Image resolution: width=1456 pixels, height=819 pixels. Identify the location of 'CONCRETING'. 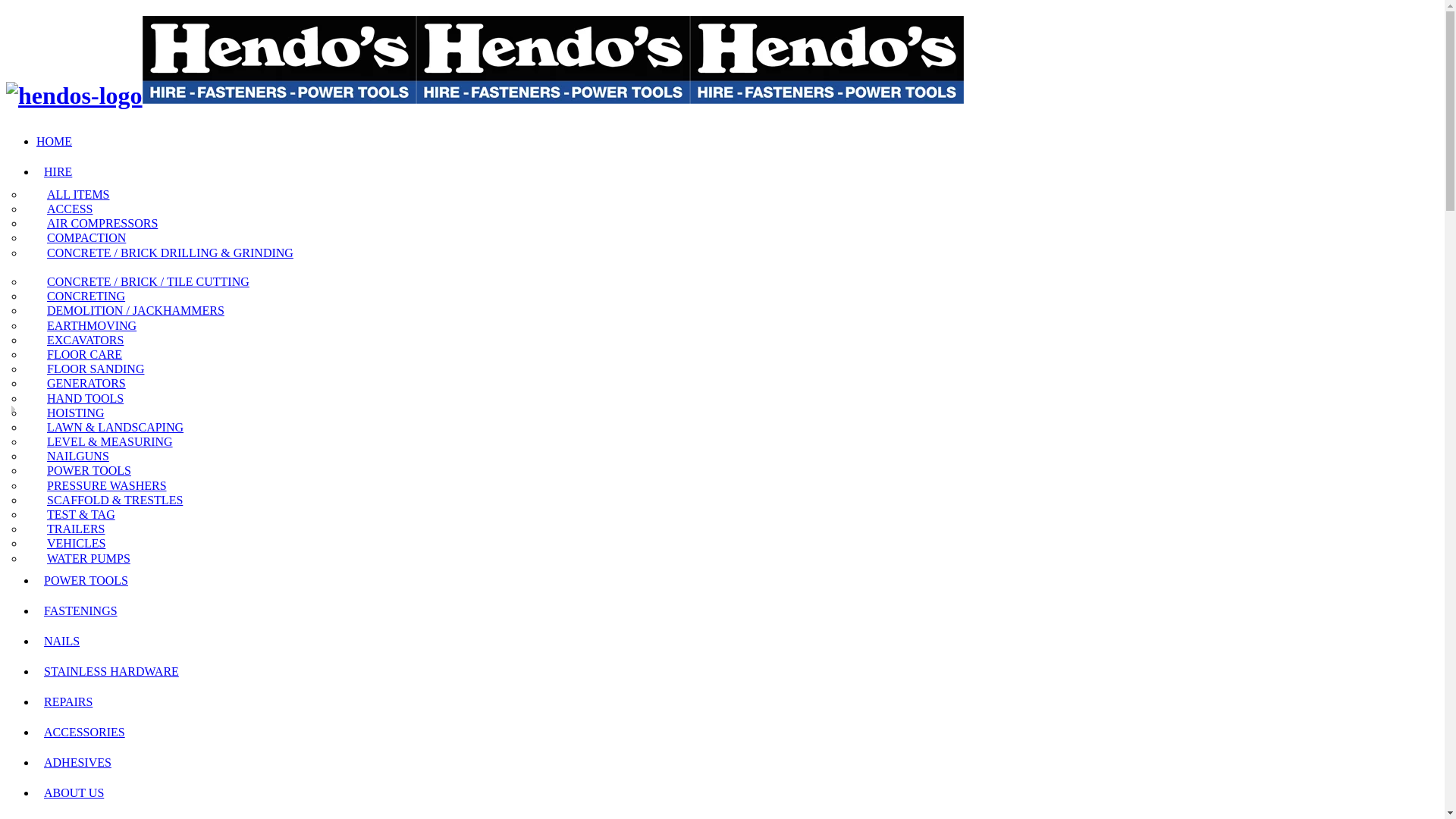
(81, 296).